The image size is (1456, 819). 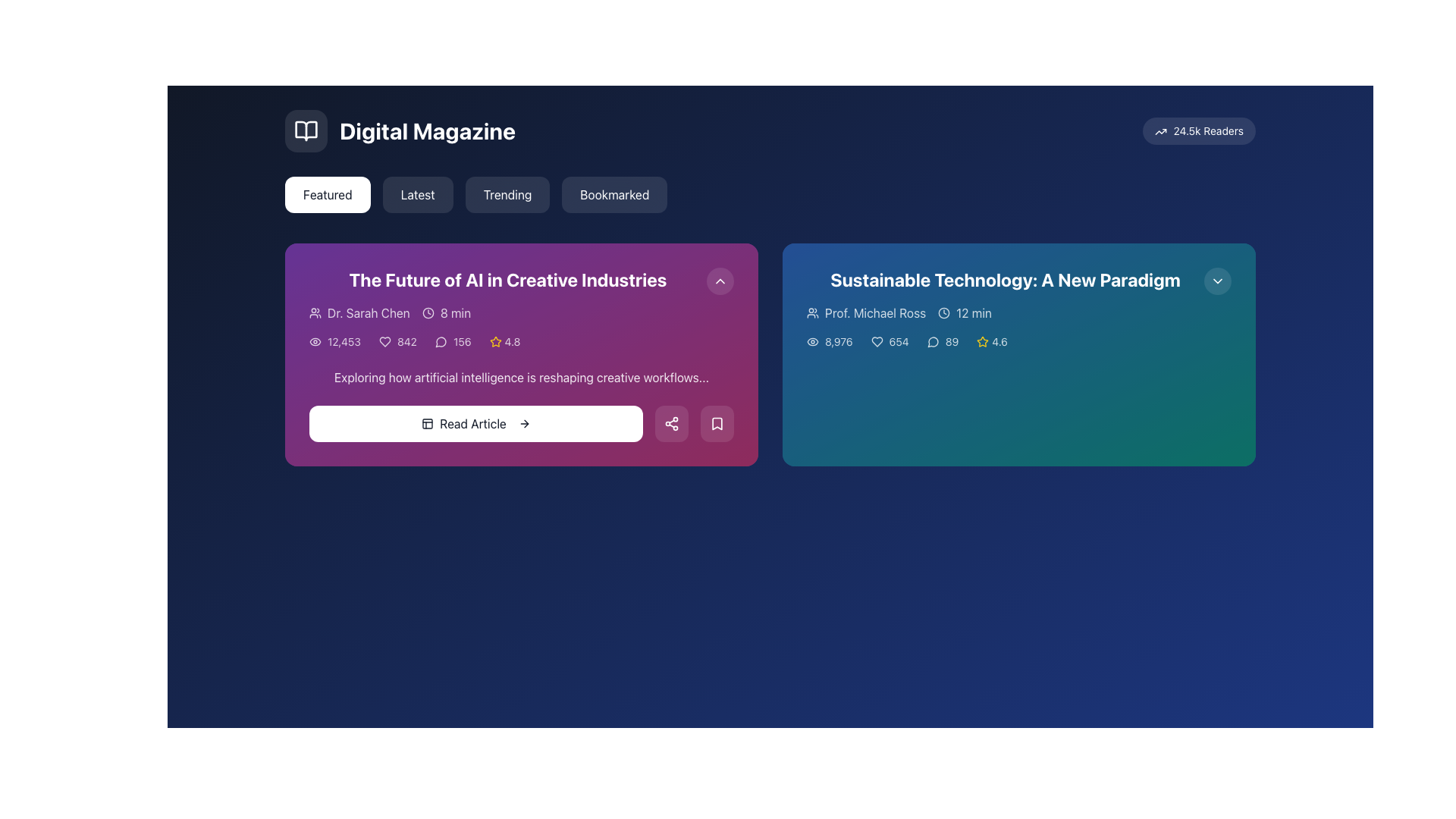 What do you see at coordinates (614, 194) in the screenshot?
I see `the 'Bookmarked' button, which is a rectangular button with rounded corners and a dark blue background` at bounding box center [614, 194].